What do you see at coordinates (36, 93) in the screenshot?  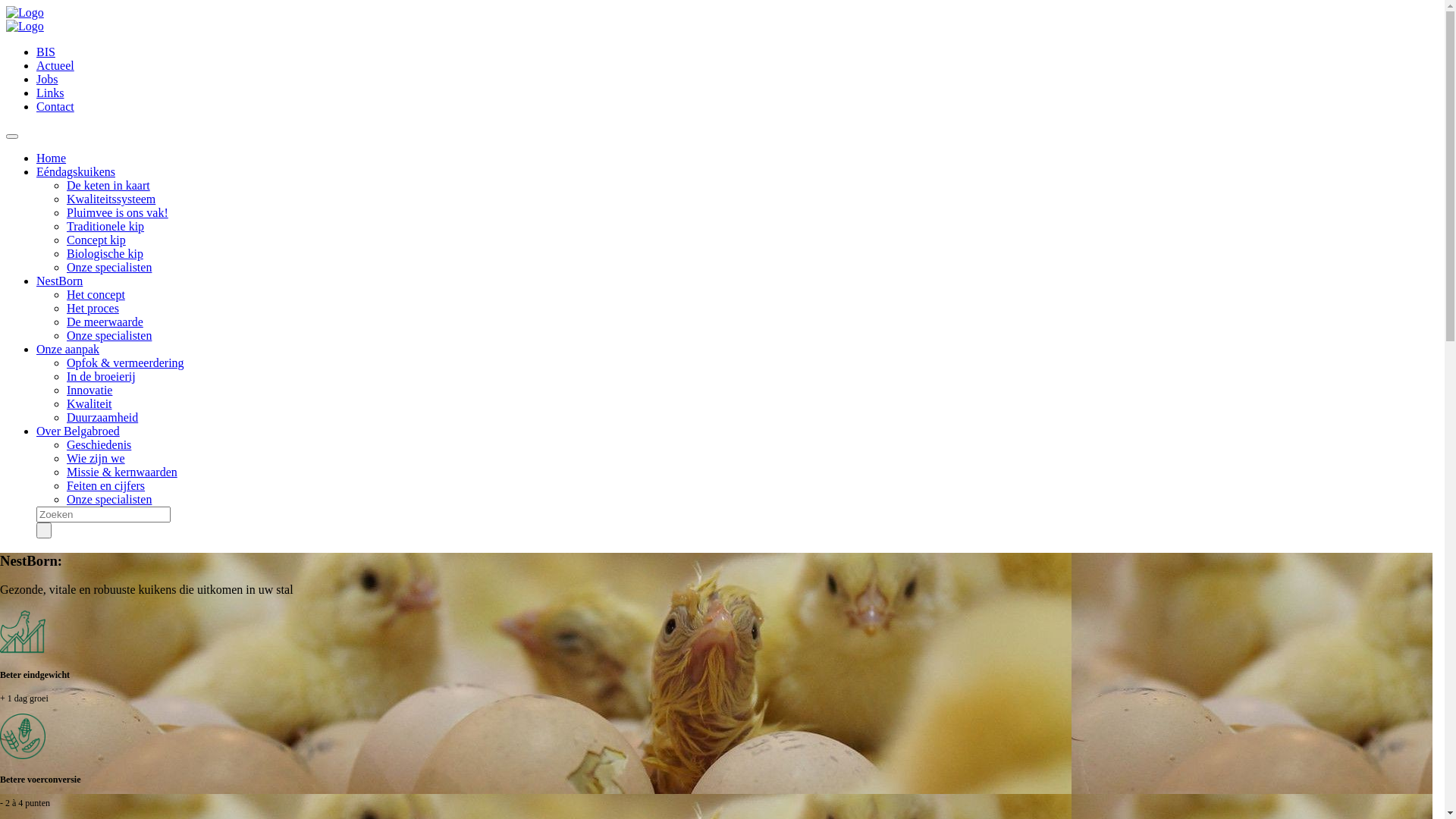 I see `'Links'` at bounding box center [36, 93].